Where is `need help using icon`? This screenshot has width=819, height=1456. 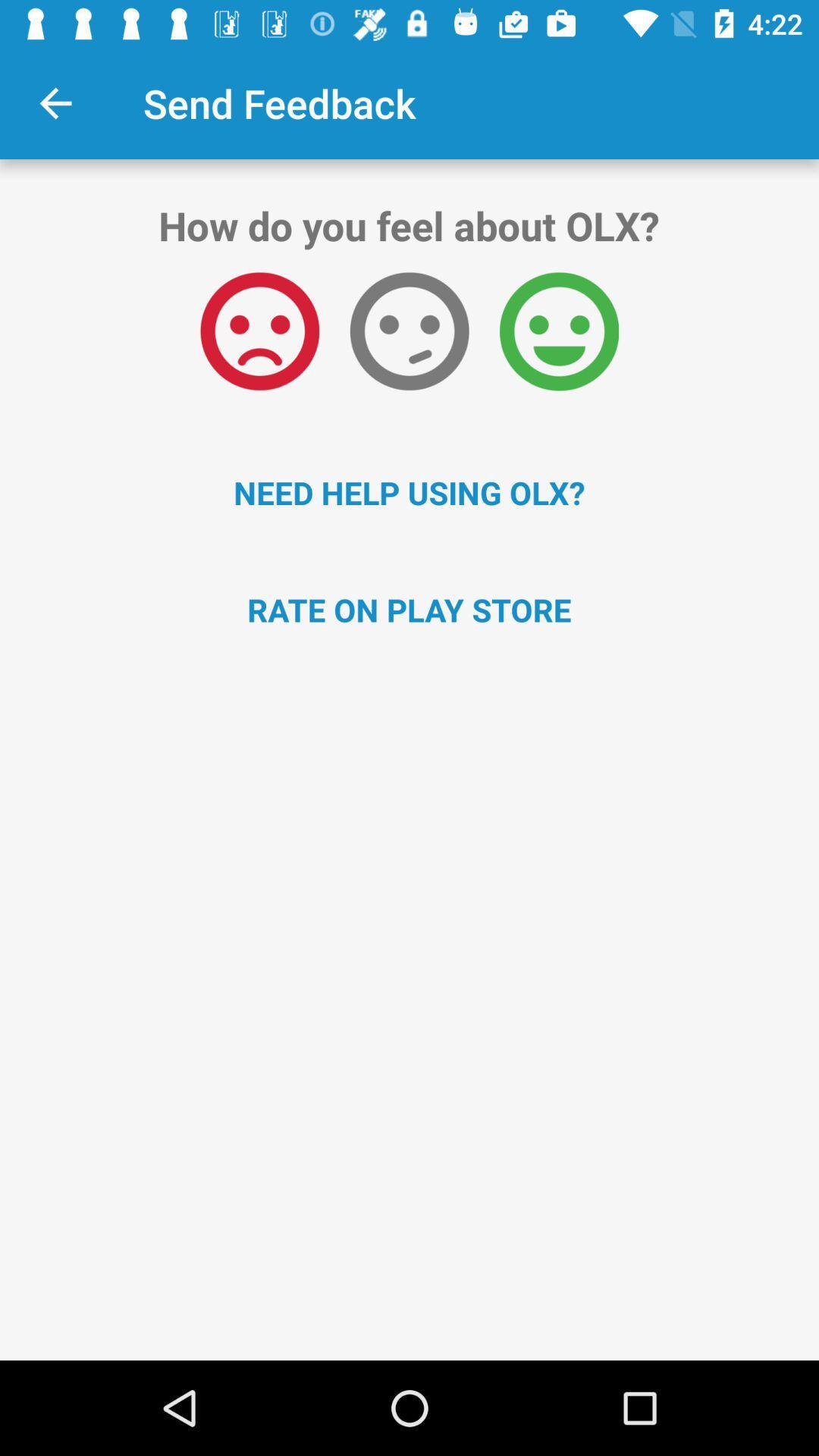
need help using icon is located at coordinates (409, 492).